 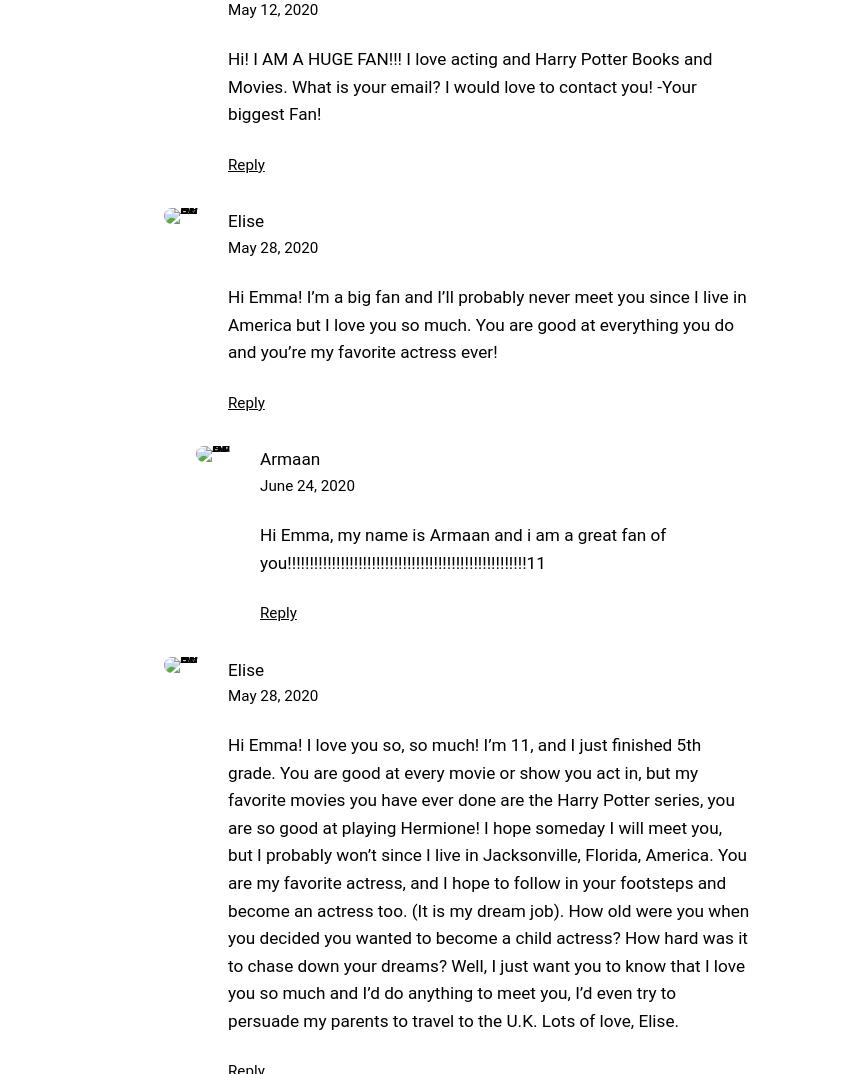 I want to click on 'Hi Emma, my name is Armaan and i am a great fan of you!!!!!!!!!!!!!!!!!!!!!!!!!!!!!!!!!!!!!!!!!!!!!!!!!!!!!!11', so click(x=461, y=547).